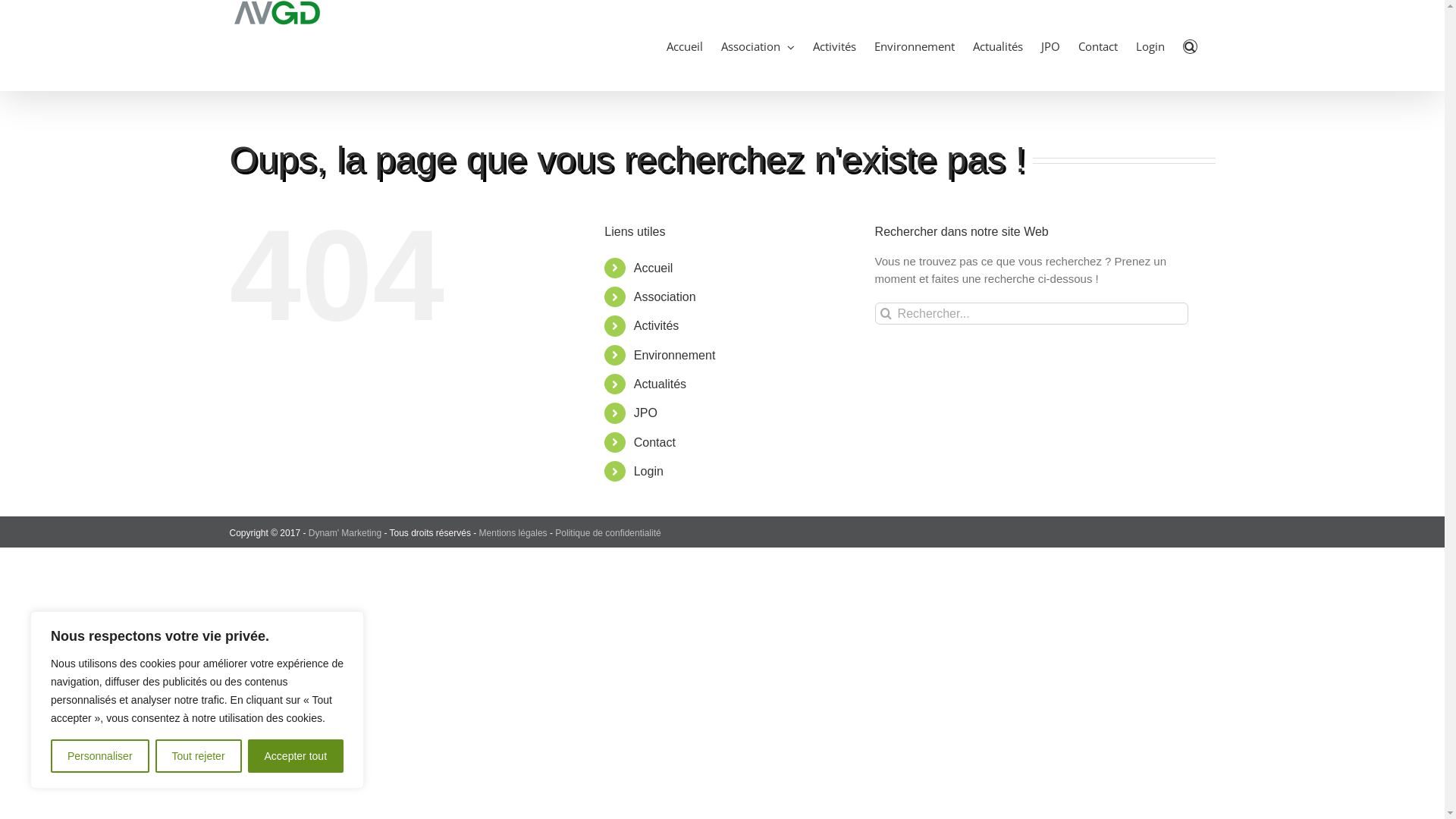  I want to click on 'Accueil', so click(666, 45).